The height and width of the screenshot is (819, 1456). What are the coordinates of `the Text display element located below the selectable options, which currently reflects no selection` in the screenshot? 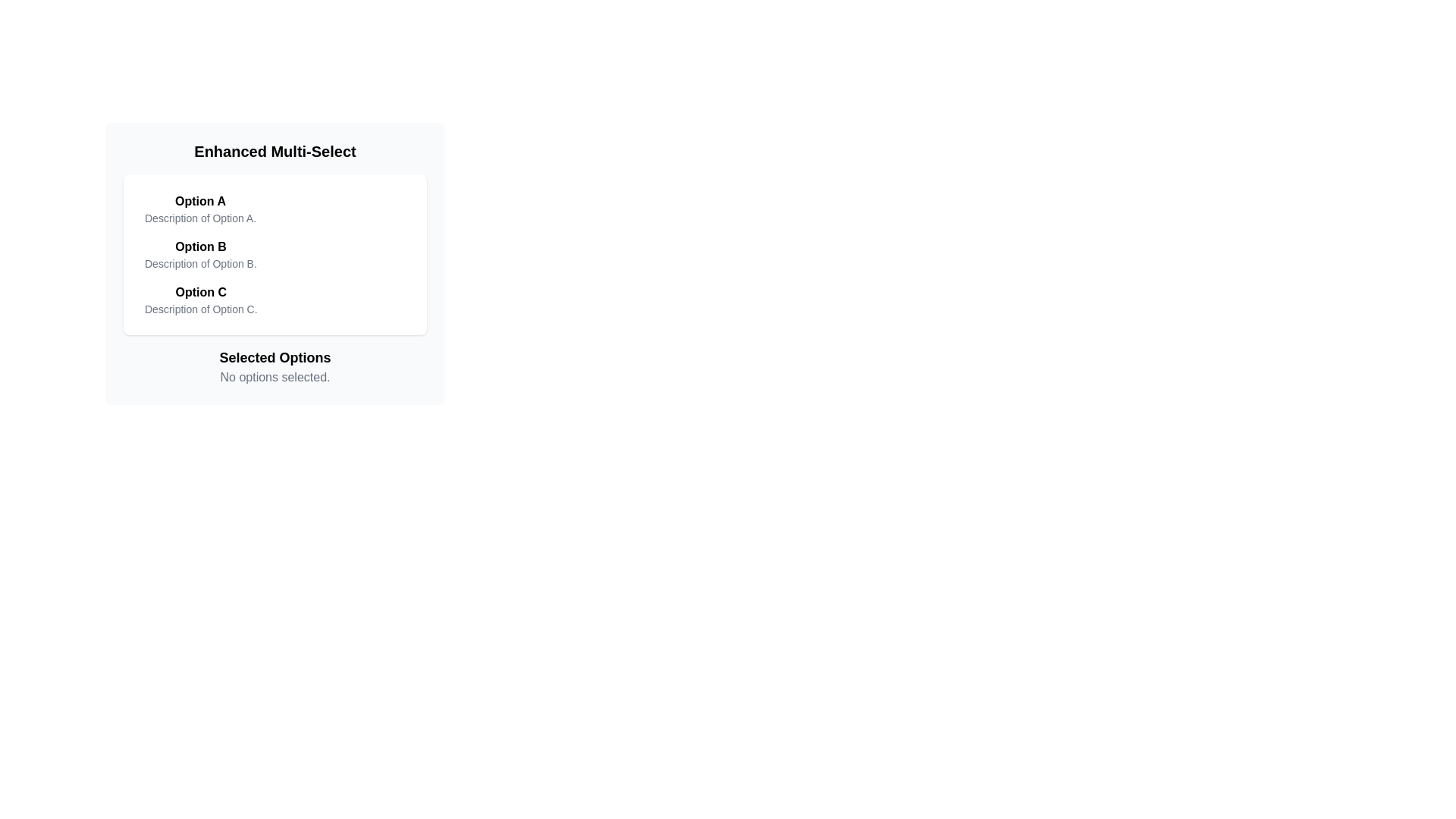 It's located at (275, 366).